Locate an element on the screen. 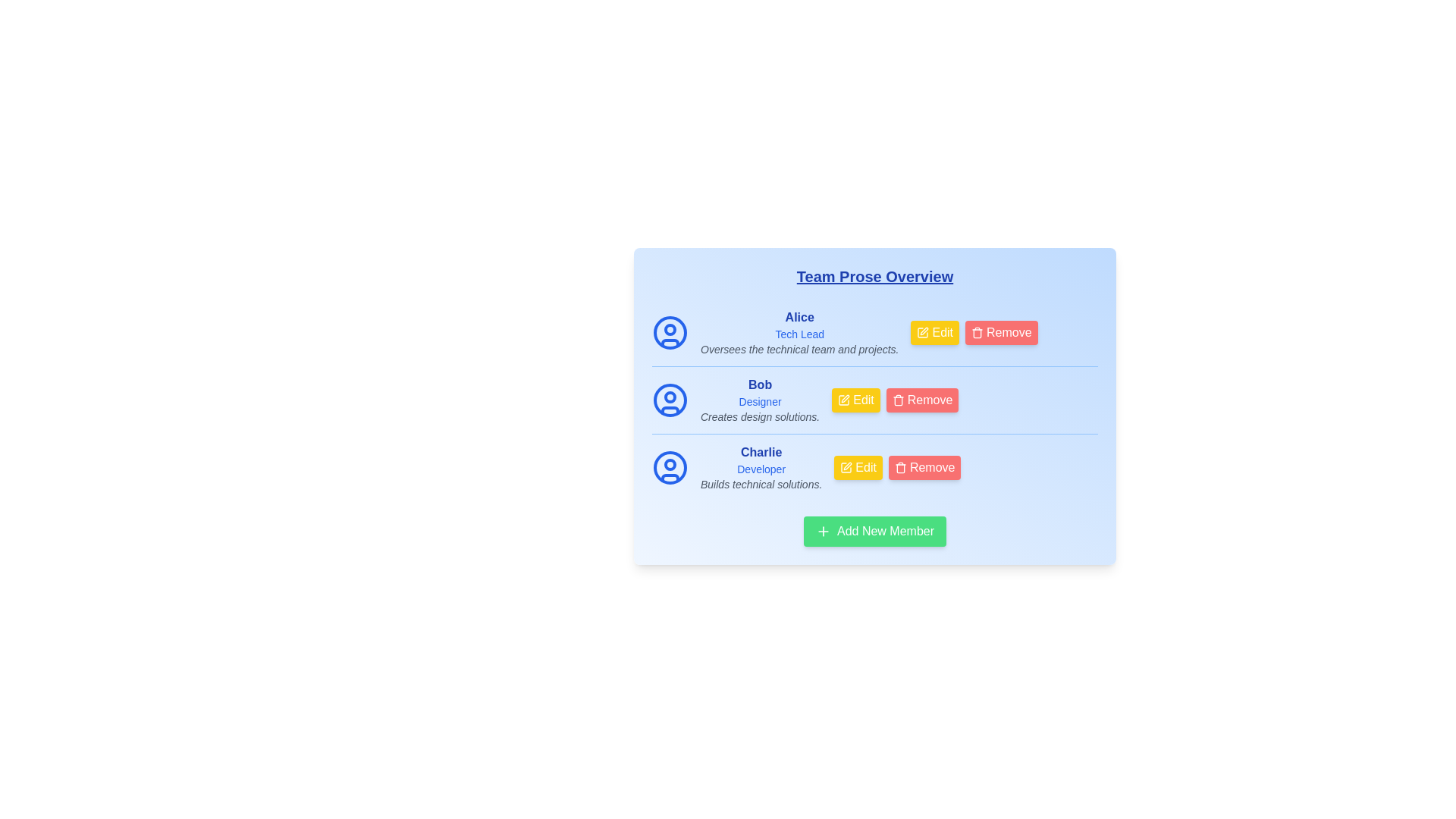  the decorative icon resembling a pen within the 'Edit' button next to 'Alice's' user listing is located at coordinates (922, 332).